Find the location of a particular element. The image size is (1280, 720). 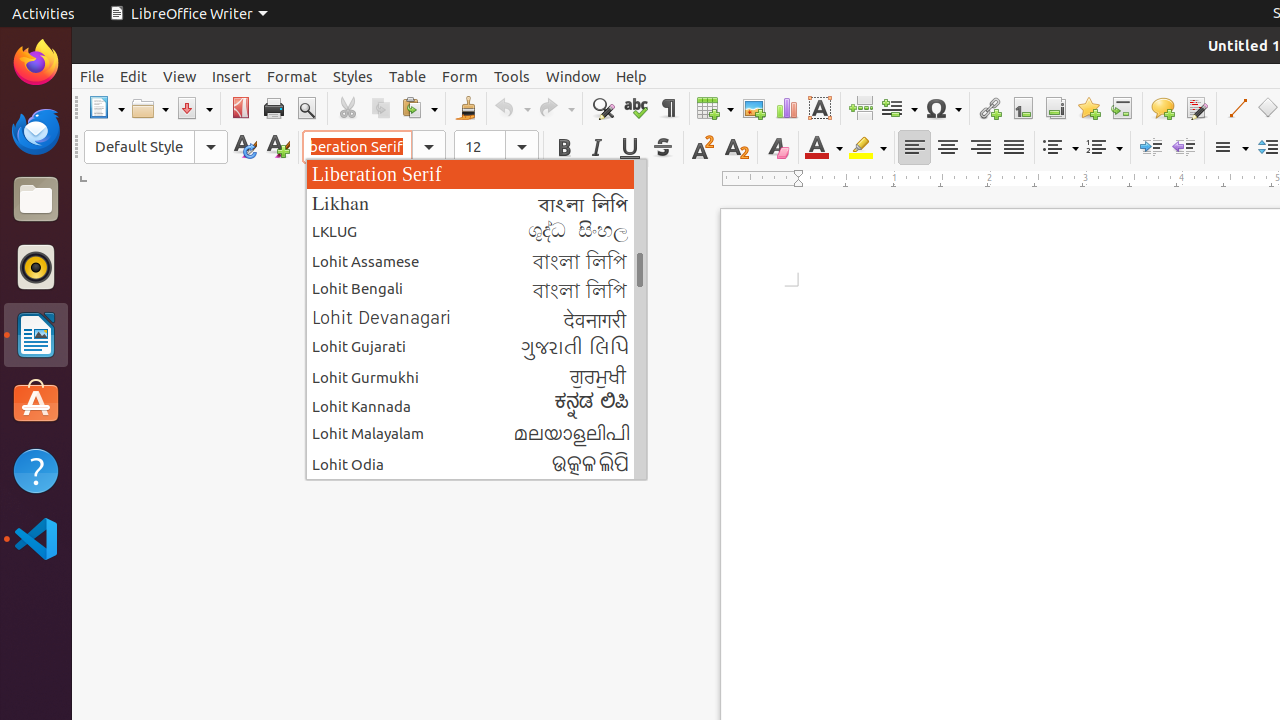

'Liberation Serif' is located at coordinates (475, 172).